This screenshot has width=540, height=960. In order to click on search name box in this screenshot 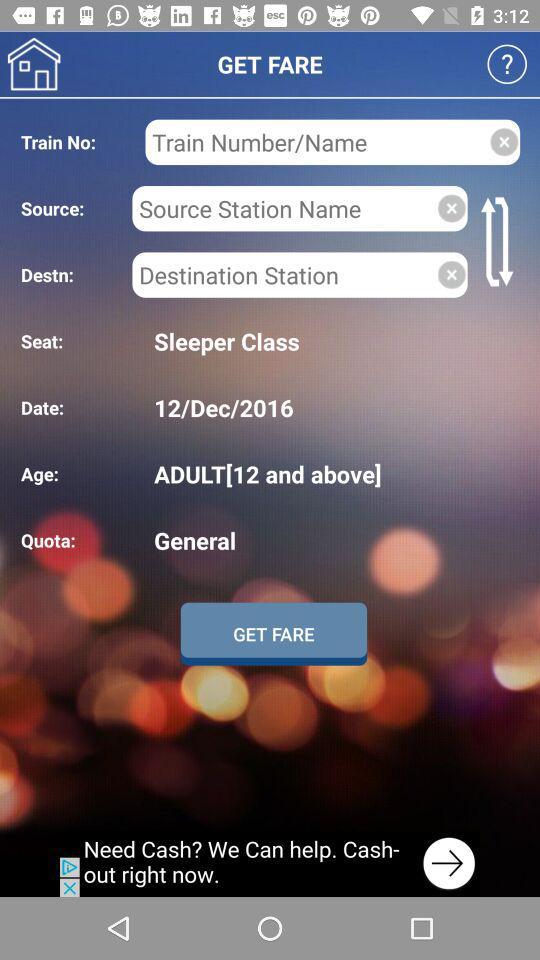, I will do `click(283, 208)`.